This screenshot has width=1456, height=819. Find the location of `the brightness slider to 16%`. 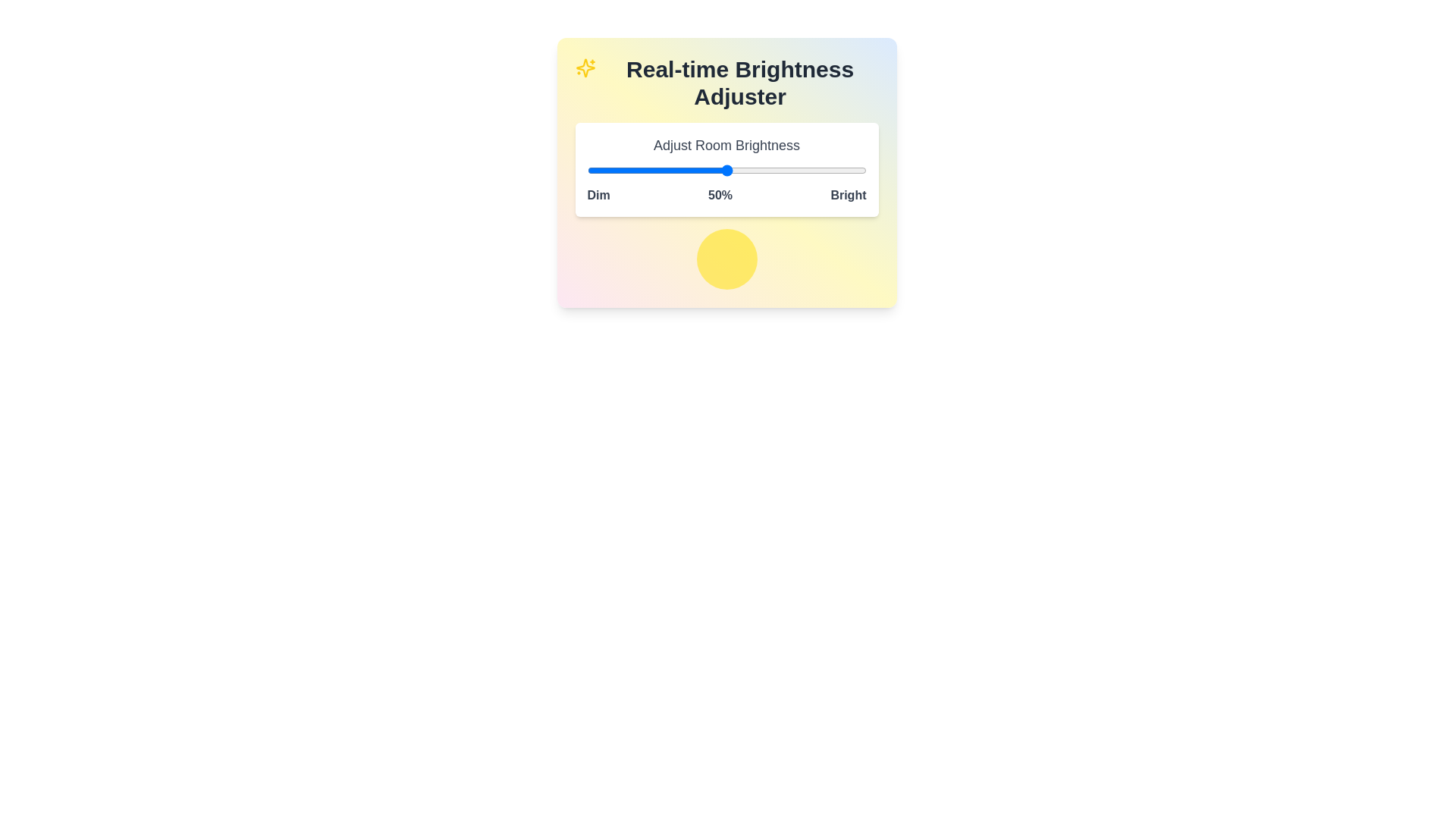

the brightness slider to 16% is located at coordinates (632, 170).